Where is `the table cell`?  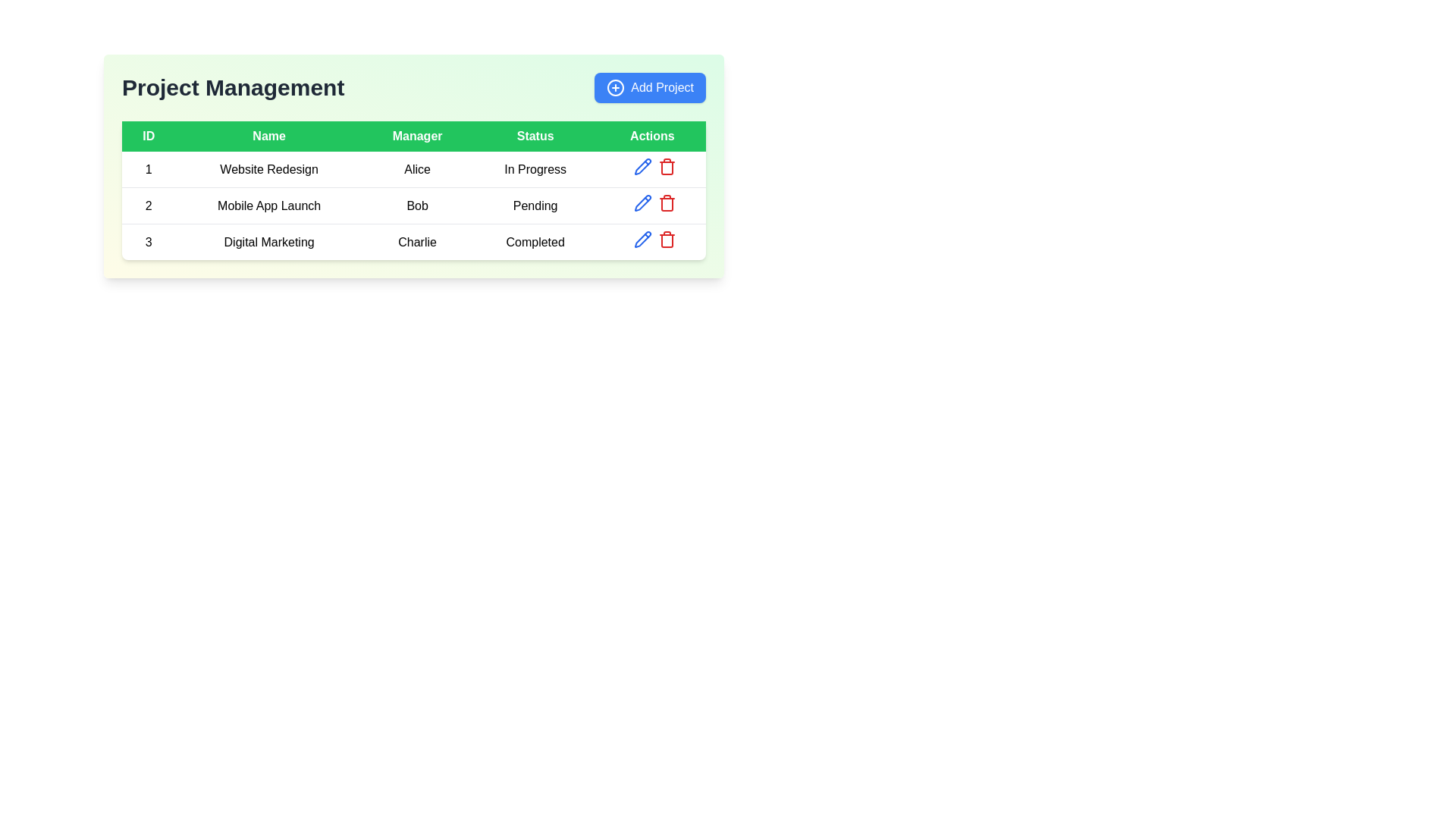 the table cell is located at coordinates (149, 206).